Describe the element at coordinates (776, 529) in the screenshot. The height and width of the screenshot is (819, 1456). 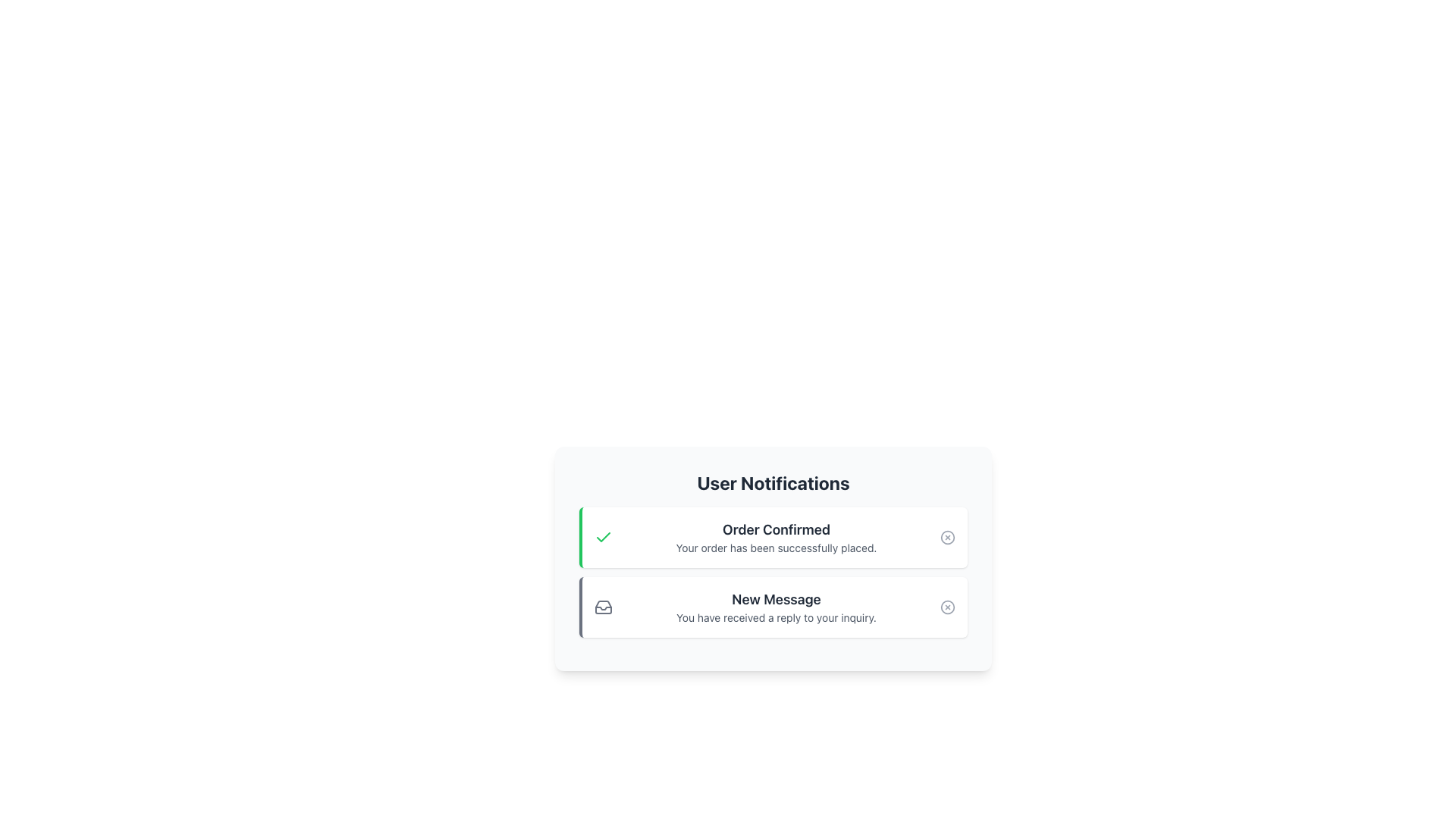
I see `the label indicating the successful confirmation of an order, which is located in the first notification card under 'User Notifications'` at that location.